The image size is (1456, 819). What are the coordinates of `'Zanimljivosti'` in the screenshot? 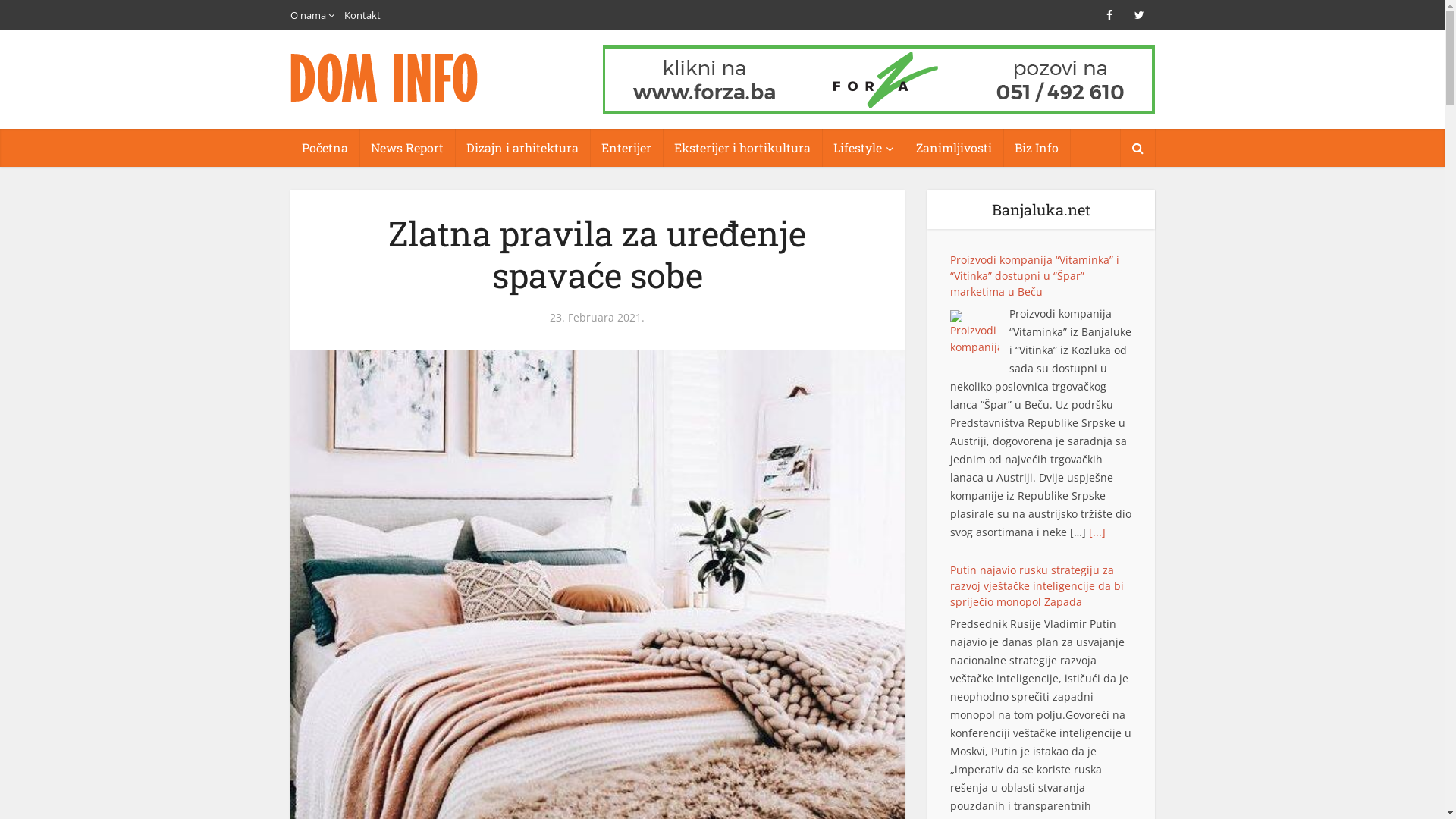 It's located at (952, 148).